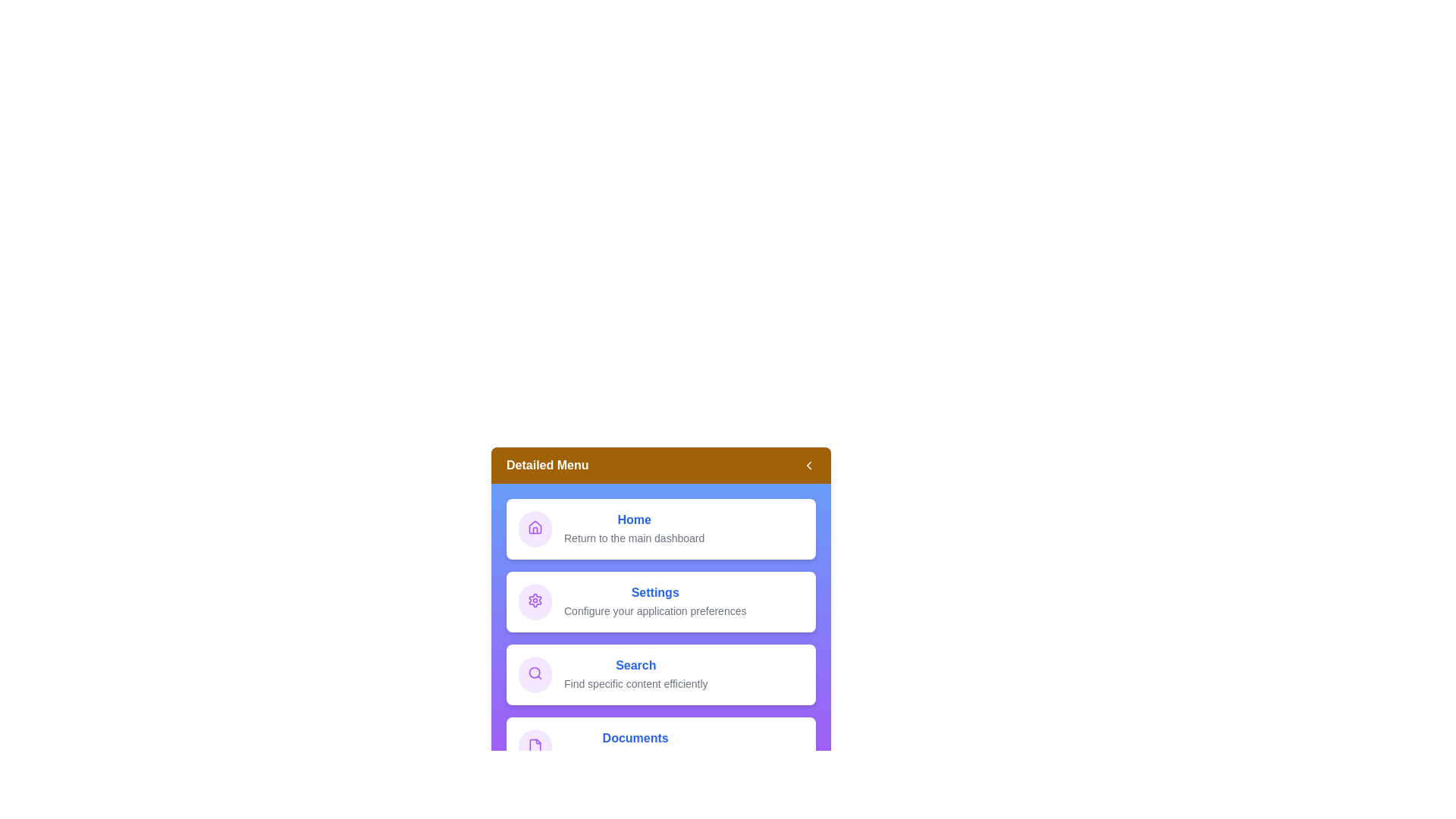 The image size is (1456, 819). What do you see at coordinates (535, 529) in the screenshot?
I see `the icon corresponding to Home in the menu` at bounding box center [535, 529].